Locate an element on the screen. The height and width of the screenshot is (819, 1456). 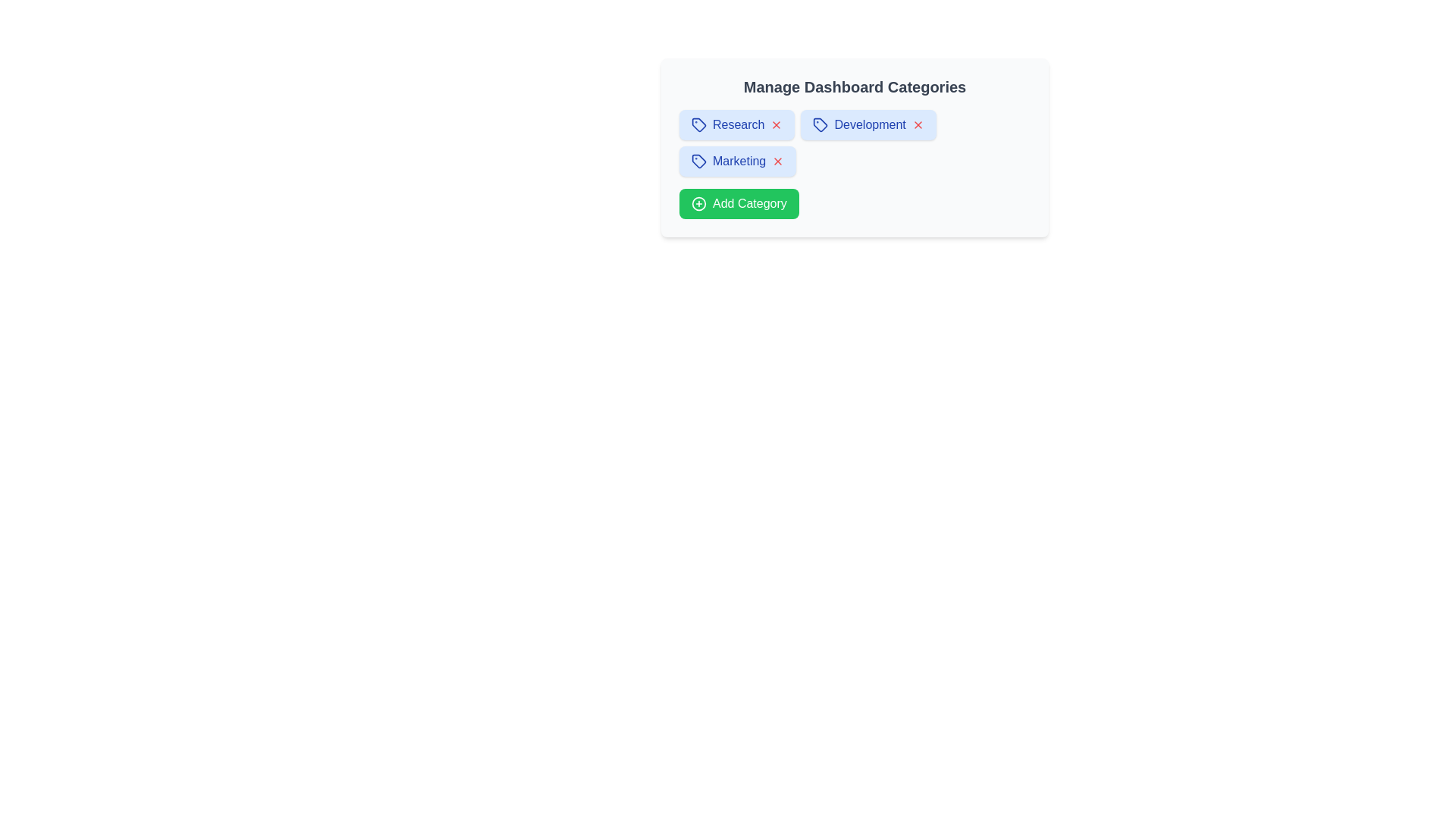
the text of the category chip labeled Development to highlight it is located at coordinates (870, 124).